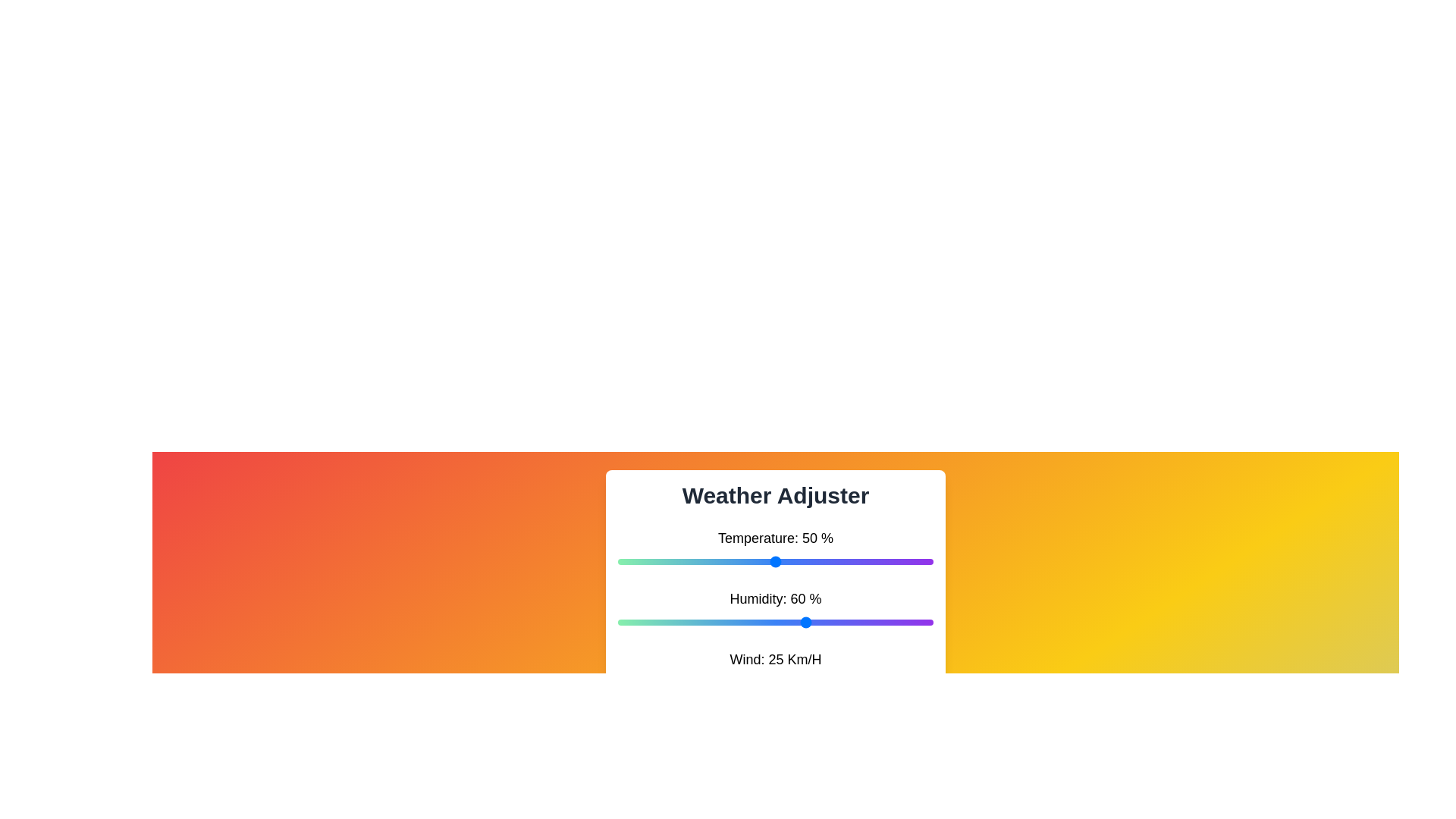 This screenshot has height=819, width=1456. Describe the element at coordinates (652, 561) in the screenshot. I see `the temperature slider to 11%` at that location.